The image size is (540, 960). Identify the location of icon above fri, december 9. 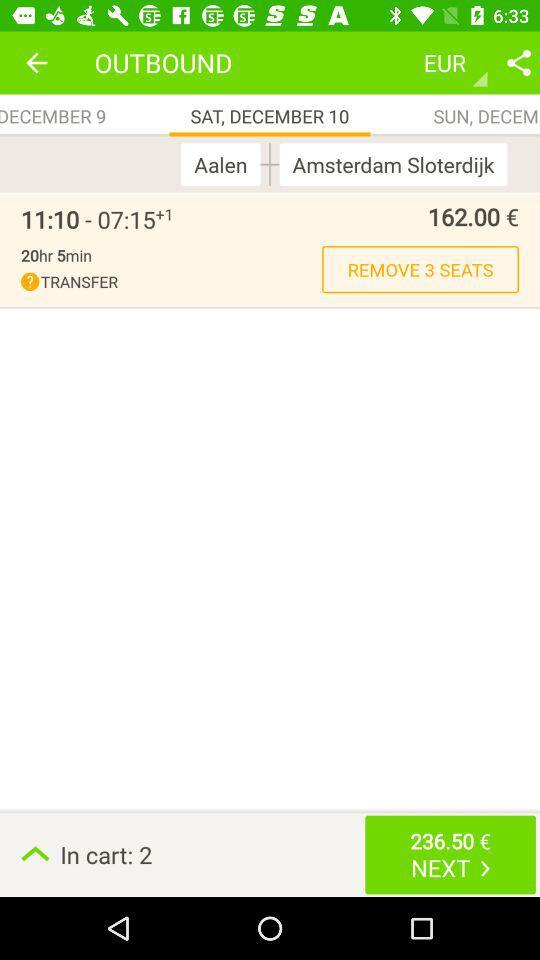
(36, 62).